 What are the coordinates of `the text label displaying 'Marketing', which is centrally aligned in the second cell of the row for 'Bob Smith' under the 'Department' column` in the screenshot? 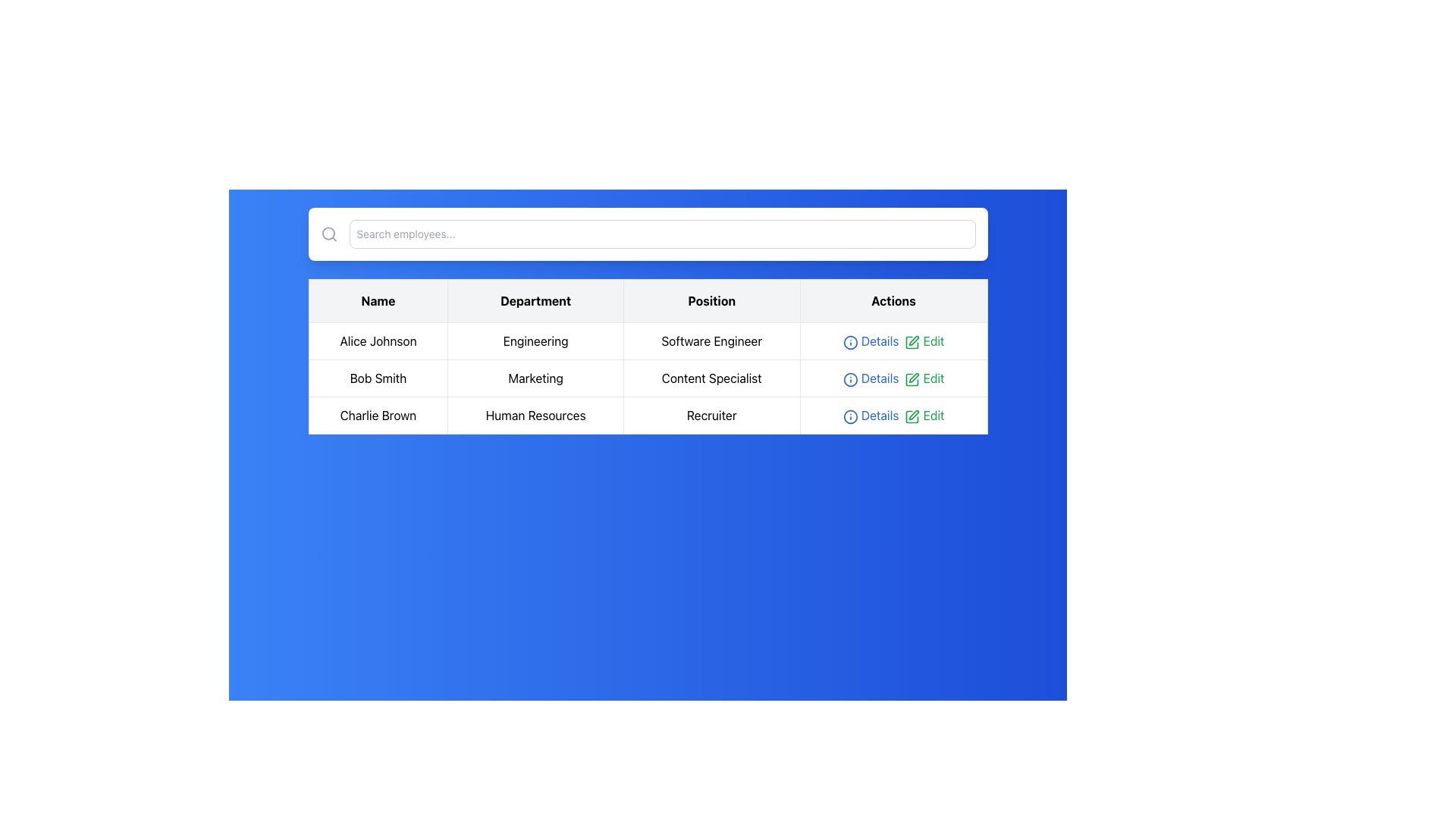 It's located at (535, 377).